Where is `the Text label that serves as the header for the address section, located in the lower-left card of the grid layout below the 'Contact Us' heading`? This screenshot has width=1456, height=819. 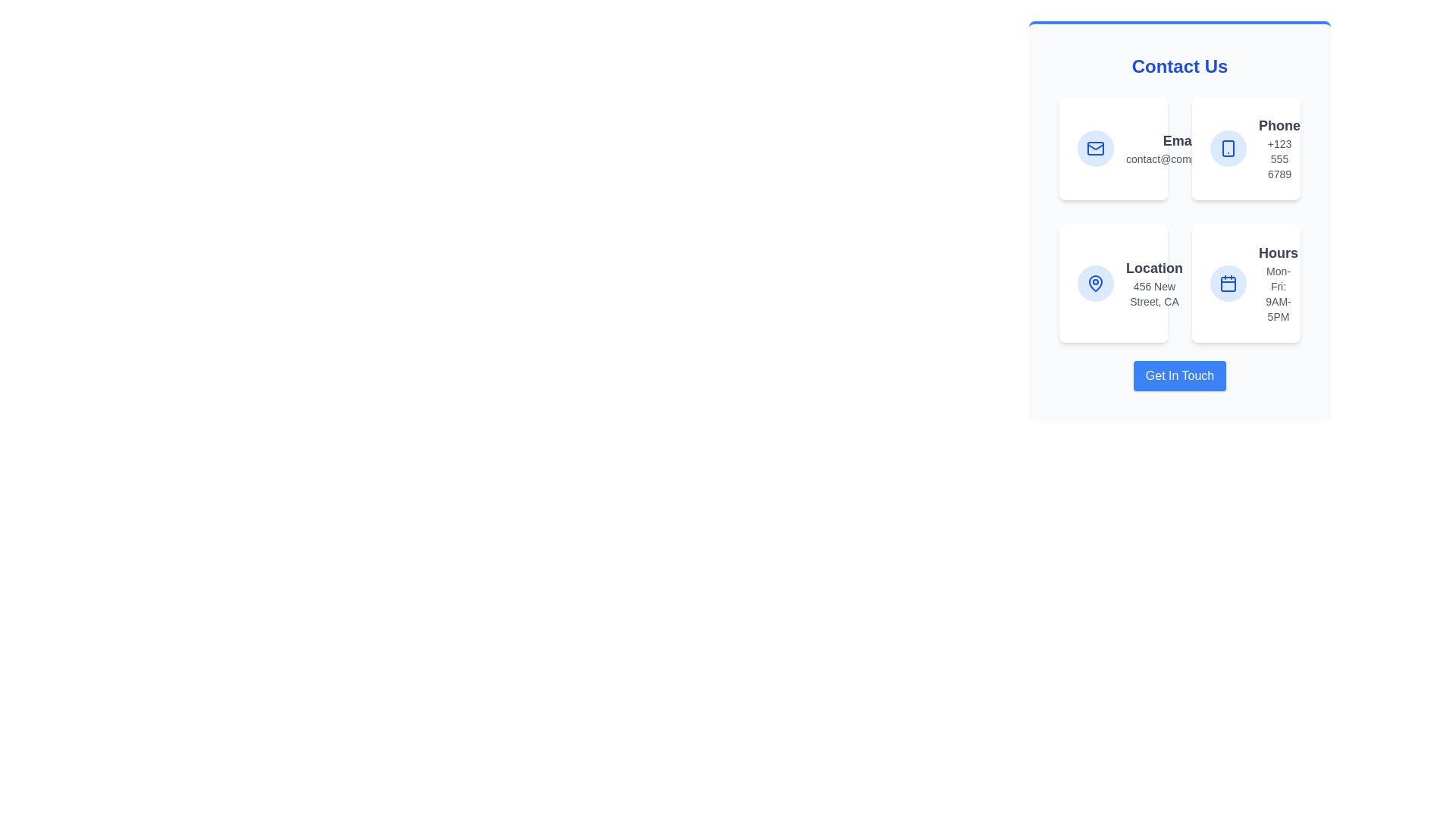 the Text label that serves as the header for the address section, located in the lower-left card of the grid layout below the 'Contact Us' heading is located at coordinates (1153, 268).